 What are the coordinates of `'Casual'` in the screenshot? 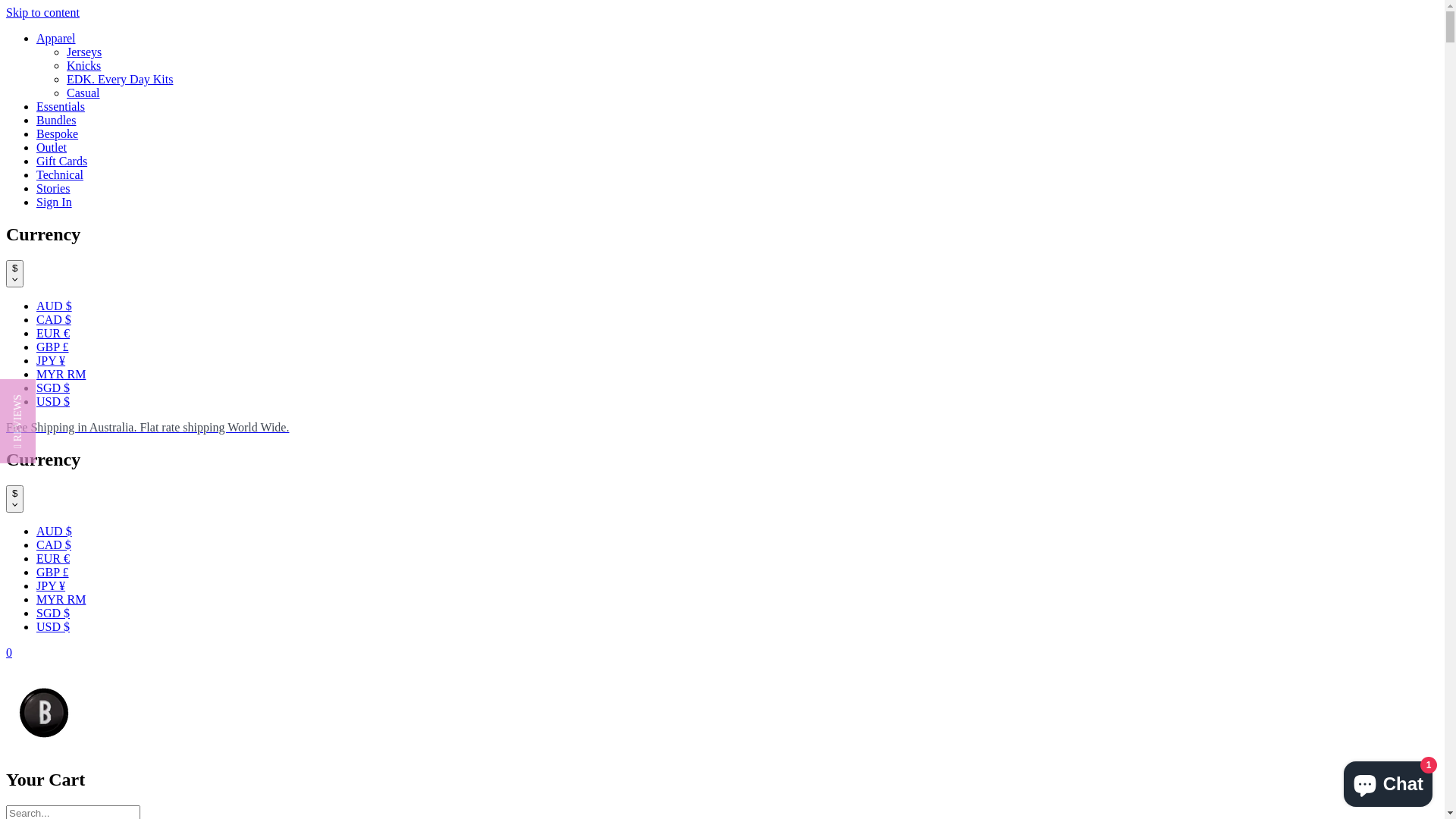 It's located at (83, 93).